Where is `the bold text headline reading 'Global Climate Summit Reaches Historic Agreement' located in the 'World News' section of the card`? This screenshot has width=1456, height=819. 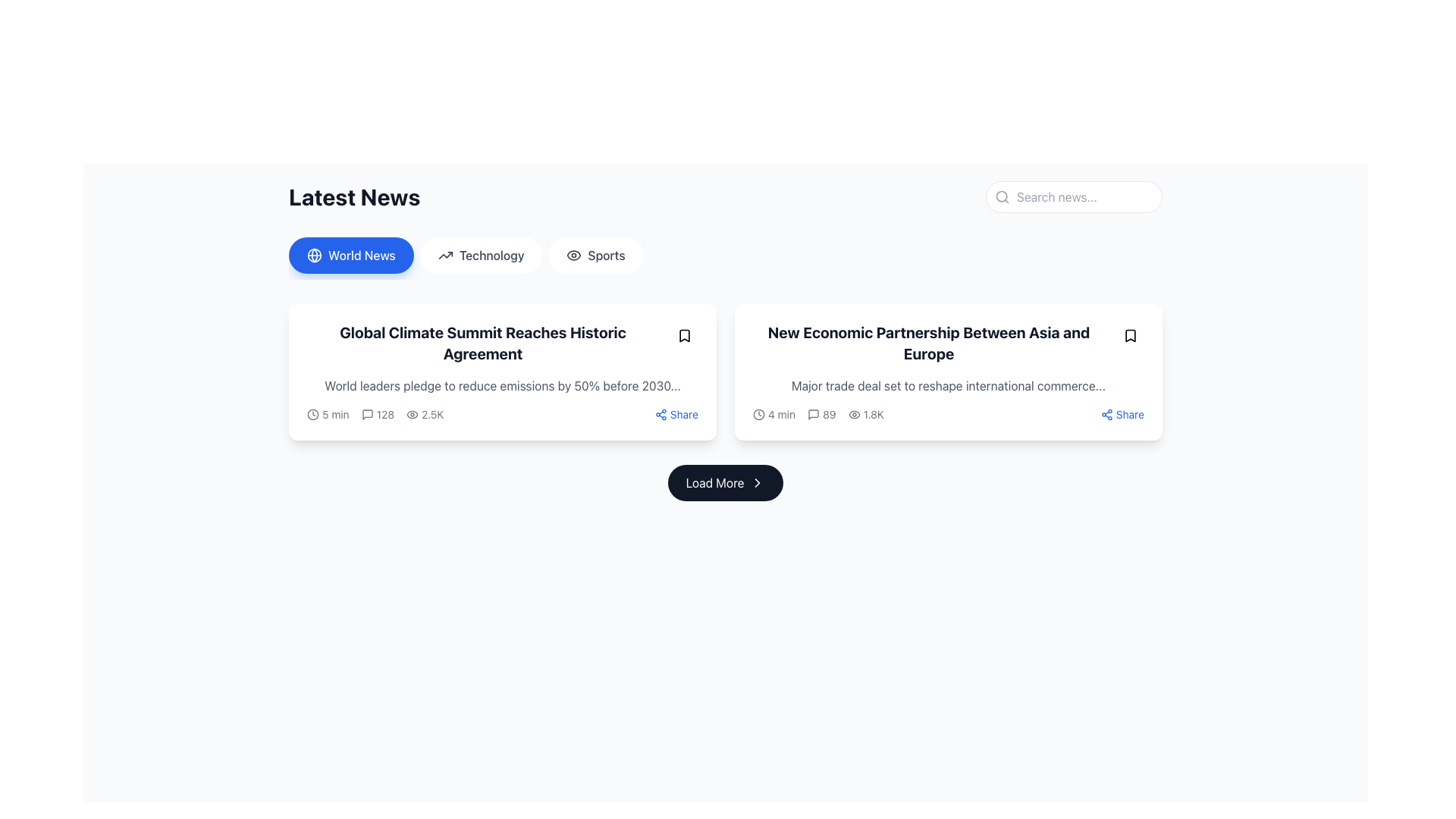
the bold text headline reading 'Global Climate Summit Reaches Historic Agreement' located in the 'World News' section of the card is located at coordinates (502, 343).